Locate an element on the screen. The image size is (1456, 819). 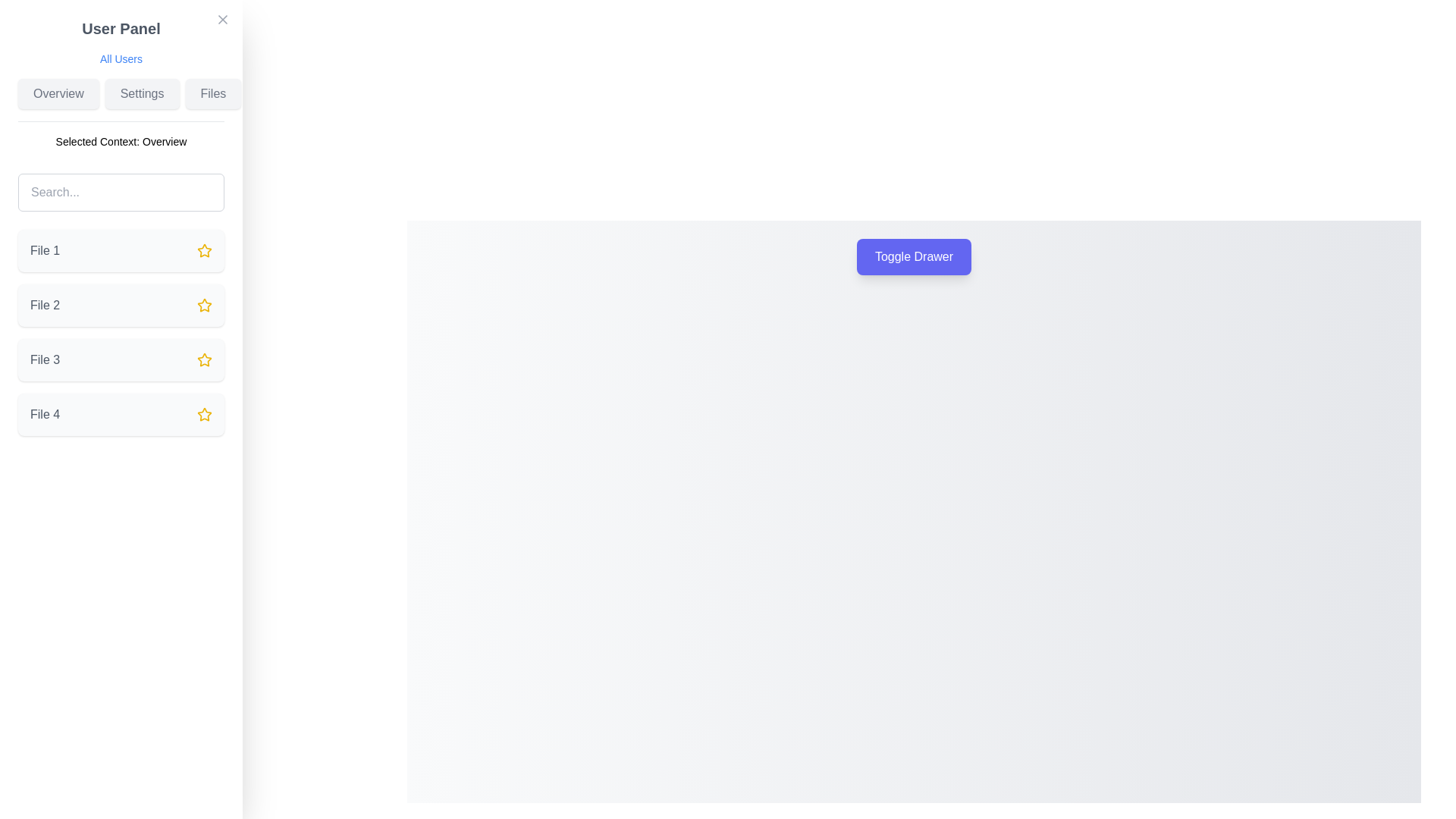
the third card labeled 'File 3' is located at coordinates (120, 359).